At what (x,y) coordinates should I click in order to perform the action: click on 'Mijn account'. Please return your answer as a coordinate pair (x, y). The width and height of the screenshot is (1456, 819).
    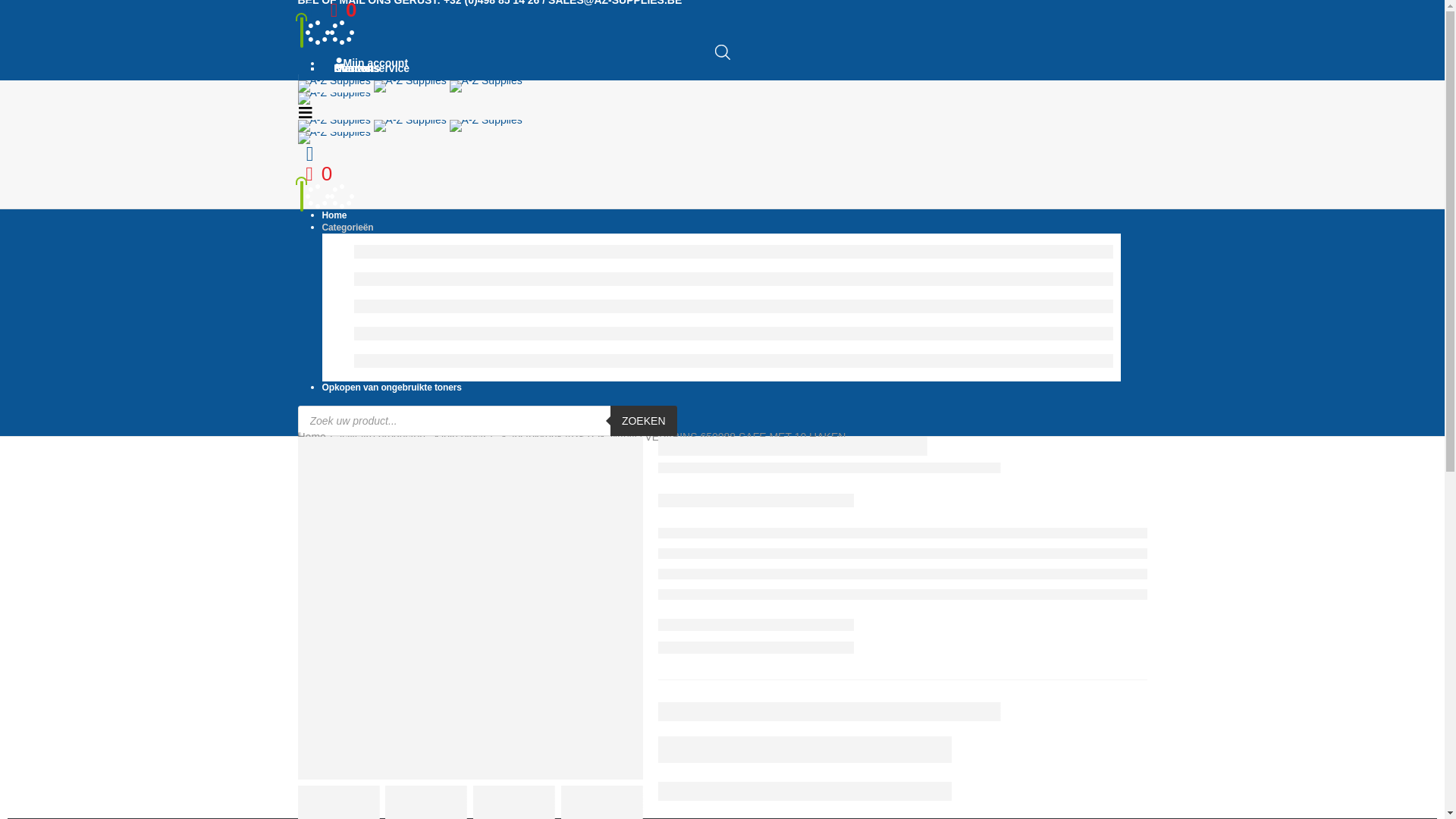
    Looking at the image, I should click on (309, 10).